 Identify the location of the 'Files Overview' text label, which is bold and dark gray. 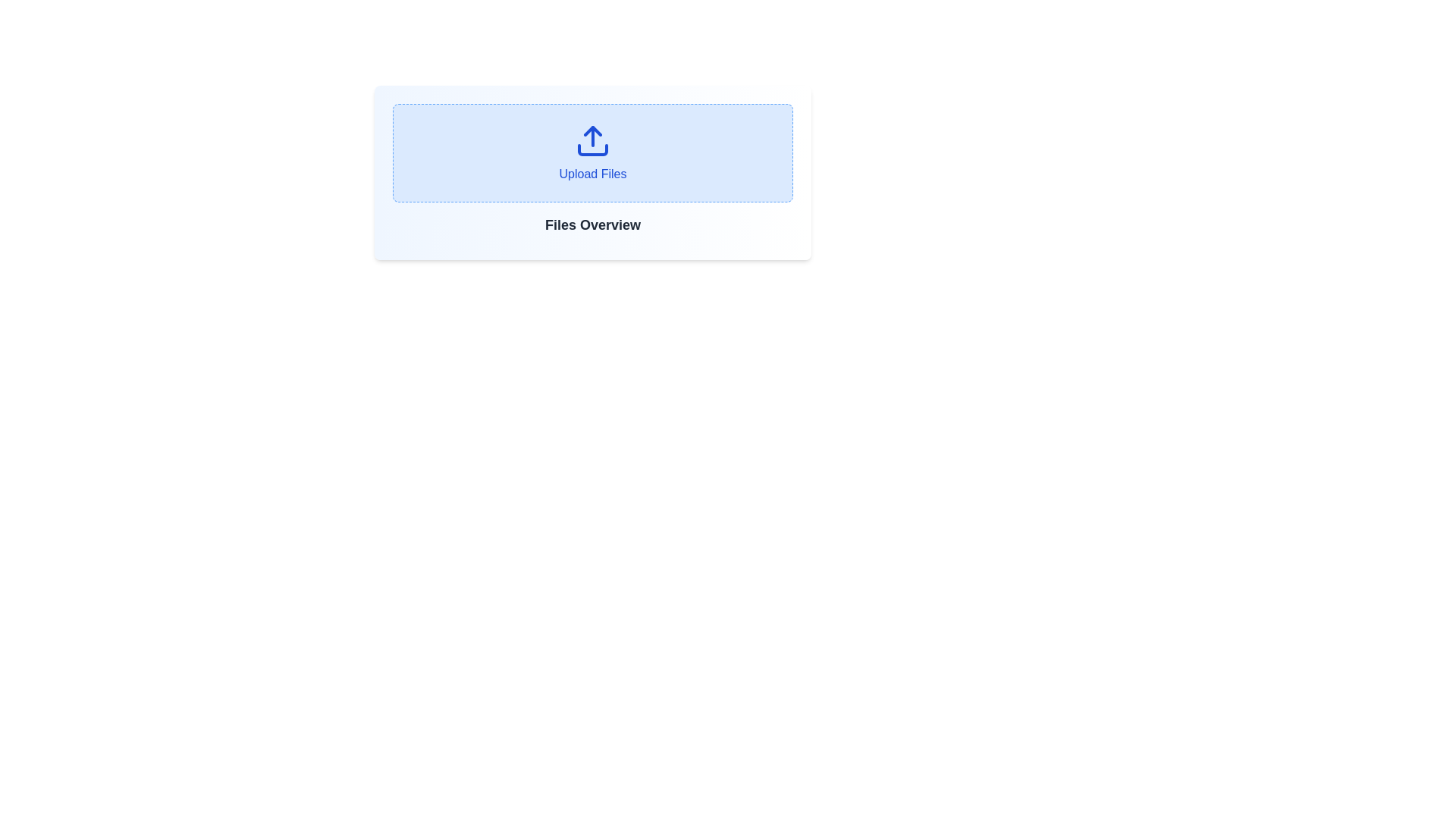
(592, 225).